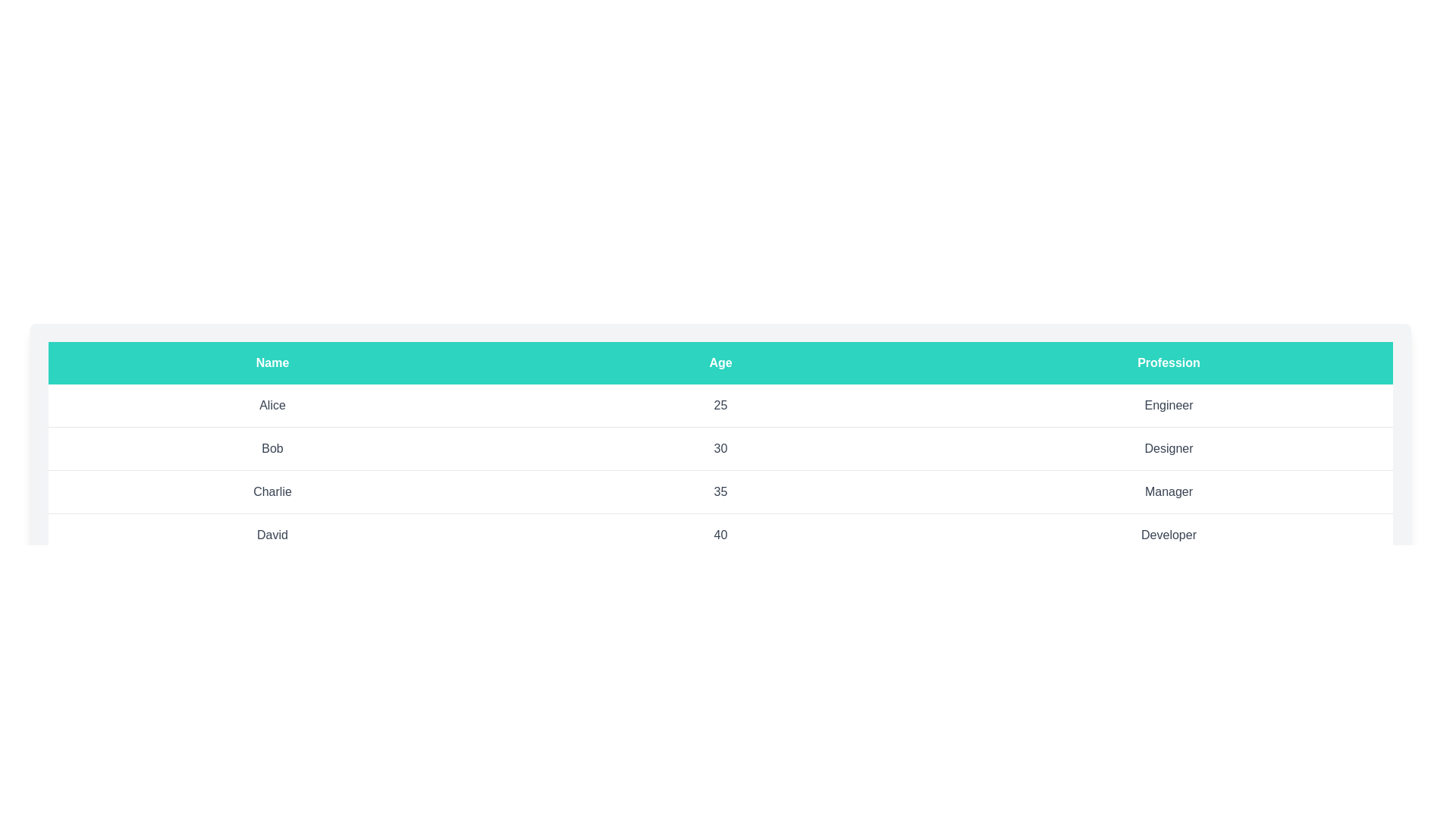 The height and width of the screenshot is (819, 1456). I want to click on text label displaying '30' located in the second row under the 'Age' column of the table where 'Bob' and 'Designer' are listed, so click(720, 447).